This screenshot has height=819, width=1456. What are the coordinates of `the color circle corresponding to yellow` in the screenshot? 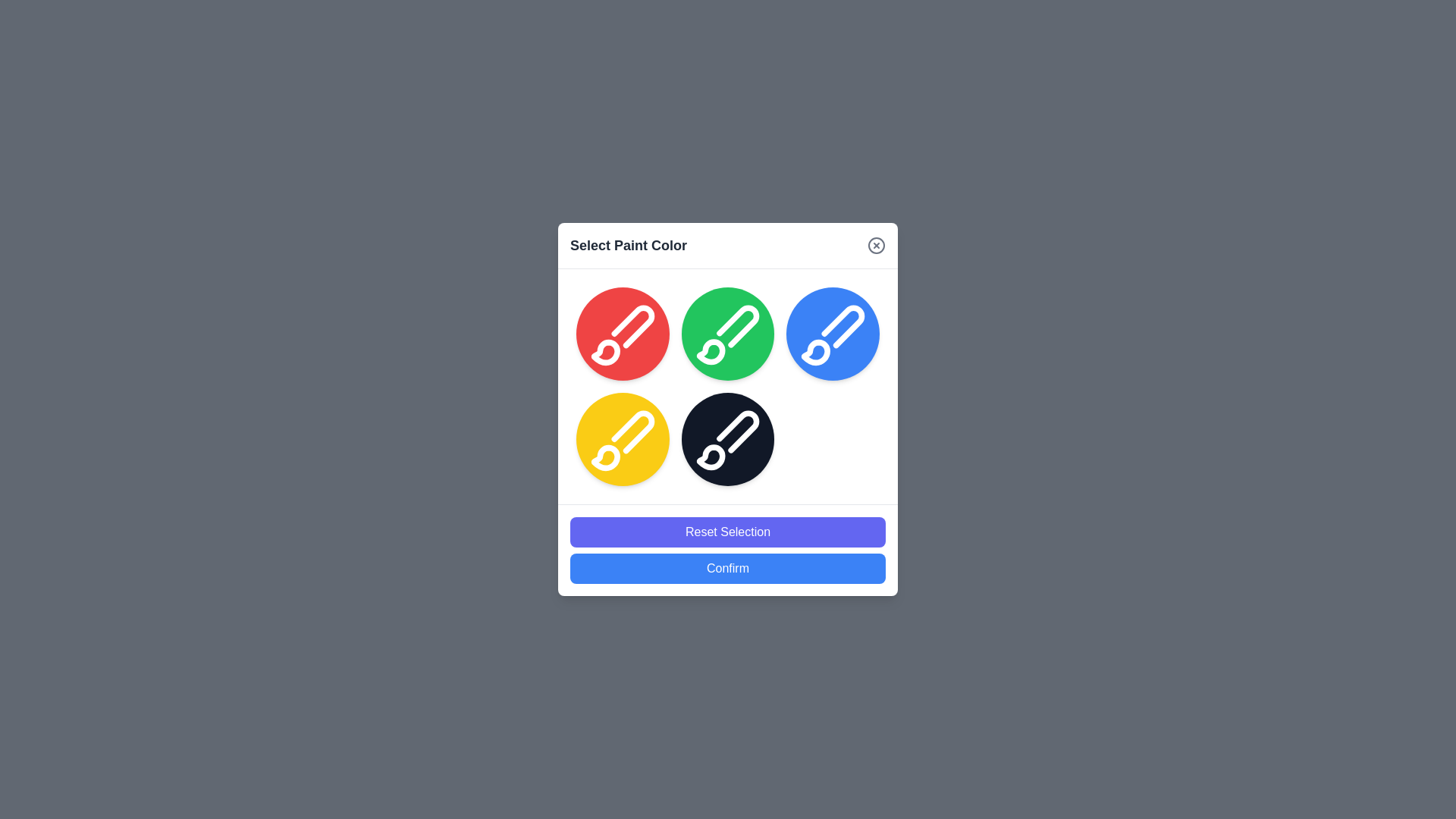 It's located at (622, 438).